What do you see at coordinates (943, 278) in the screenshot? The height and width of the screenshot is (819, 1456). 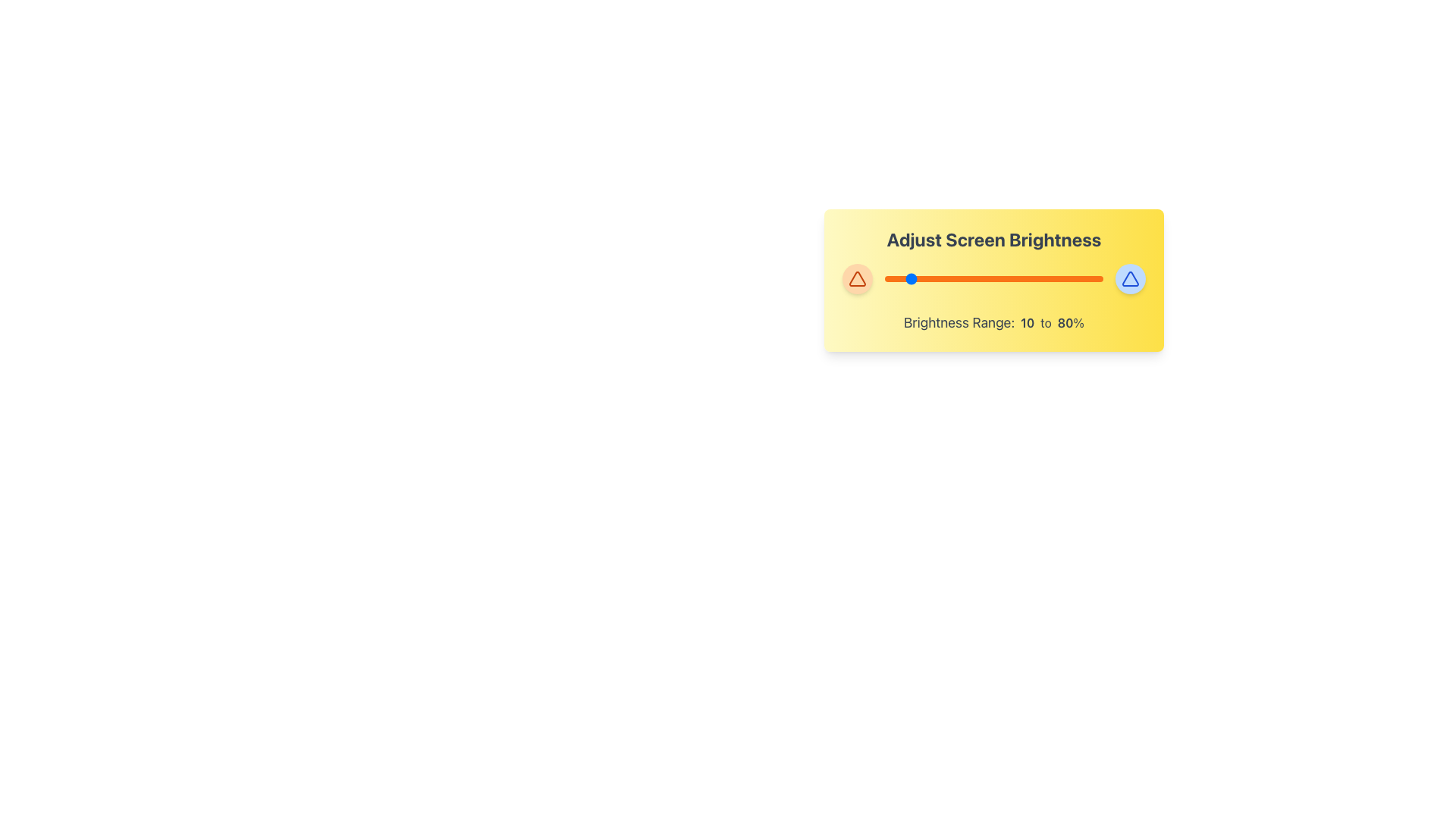 I see `the brightness level` at bounding box center [943, 278].